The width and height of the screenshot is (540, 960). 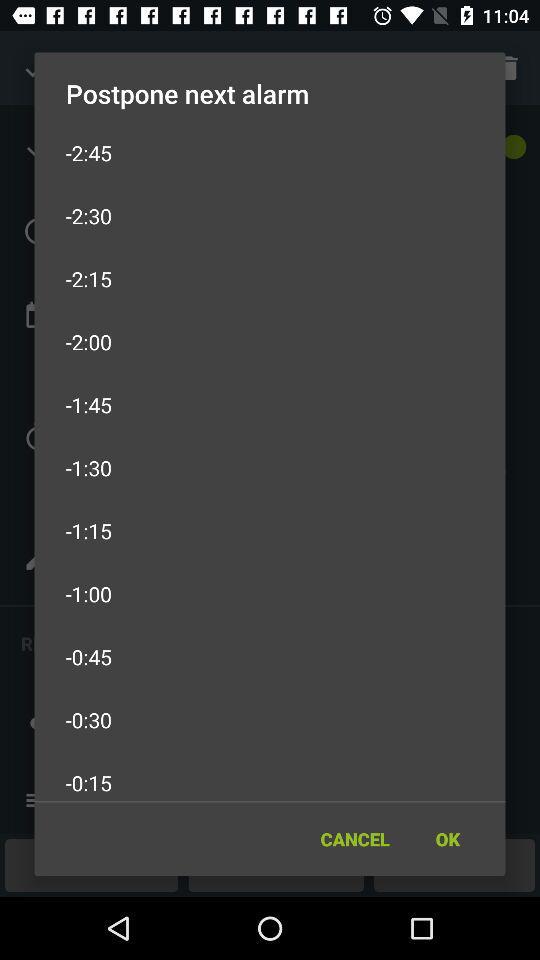 What do you see at coordinates (447, 839) in the screenshot?
I see `ok item` at bounding box center [447, 839].